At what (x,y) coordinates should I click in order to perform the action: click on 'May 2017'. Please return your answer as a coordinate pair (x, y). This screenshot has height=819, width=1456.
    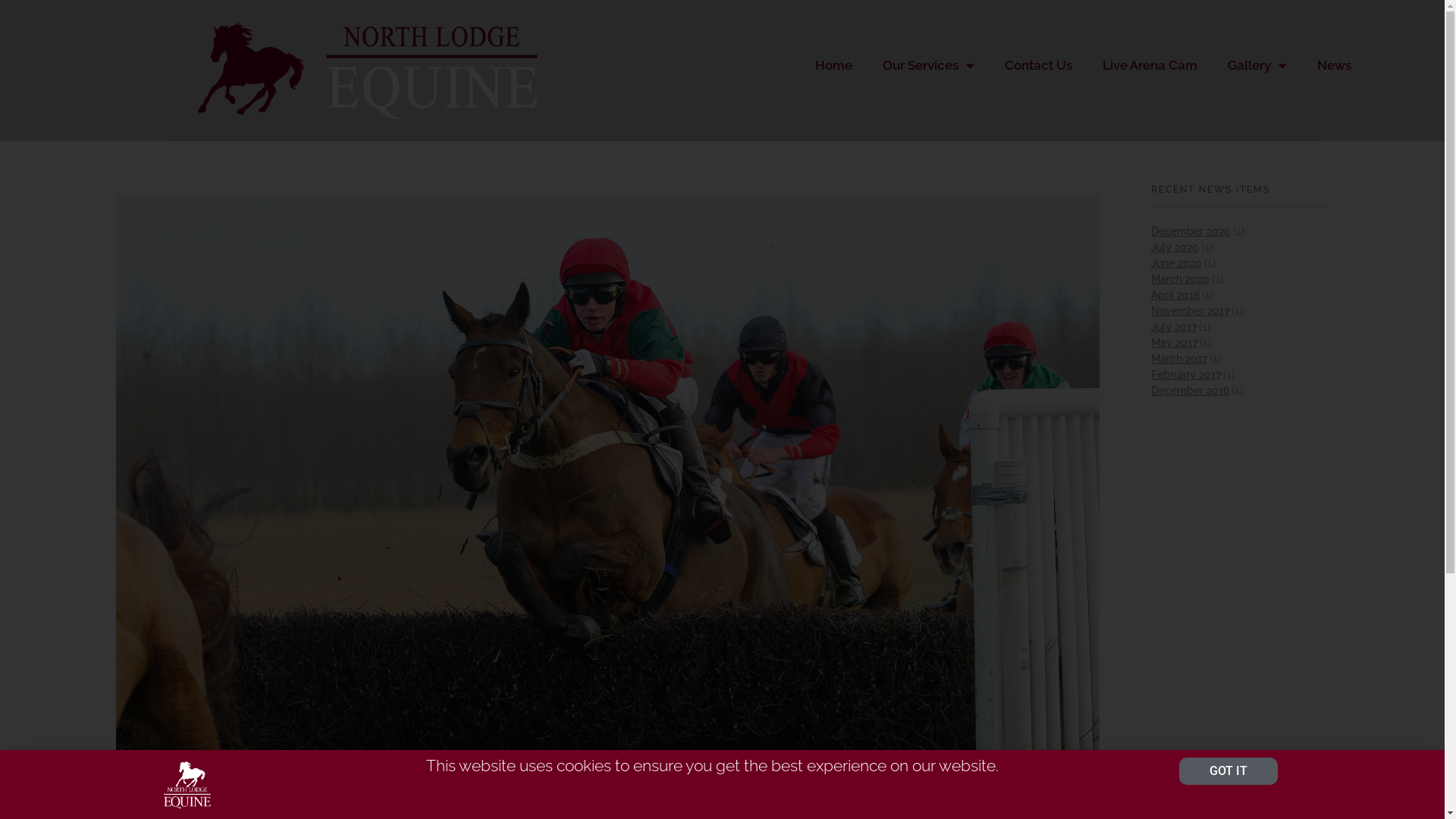
    Looking at the image, I should click on (1173, 342).